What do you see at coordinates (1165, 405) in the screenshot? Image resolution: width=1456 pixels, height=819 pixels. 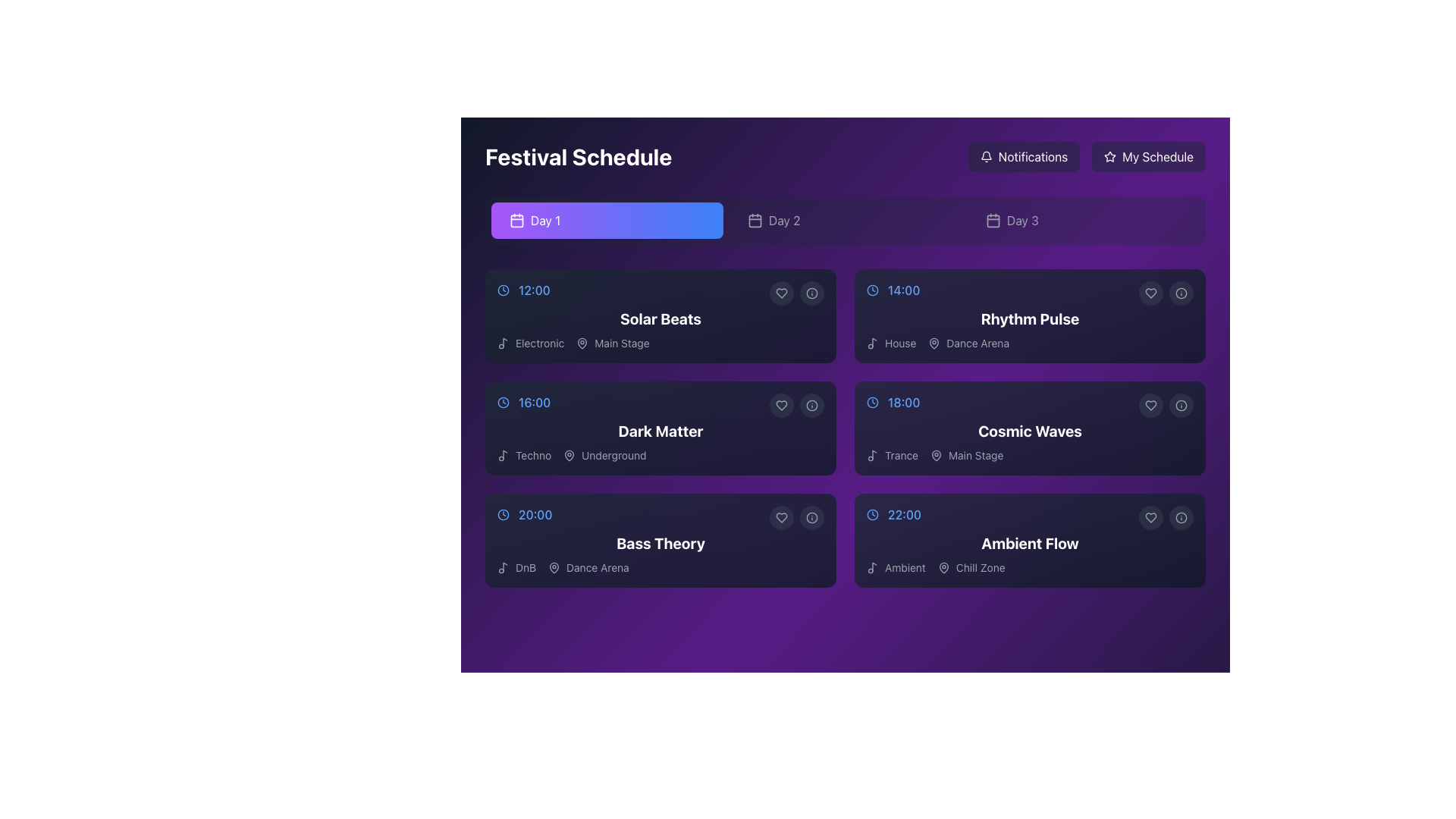 I see `the grouped UI component containing the heart and information circular buttons for the 'Cosmic Waves' event` at bounding box center [1165, 405].